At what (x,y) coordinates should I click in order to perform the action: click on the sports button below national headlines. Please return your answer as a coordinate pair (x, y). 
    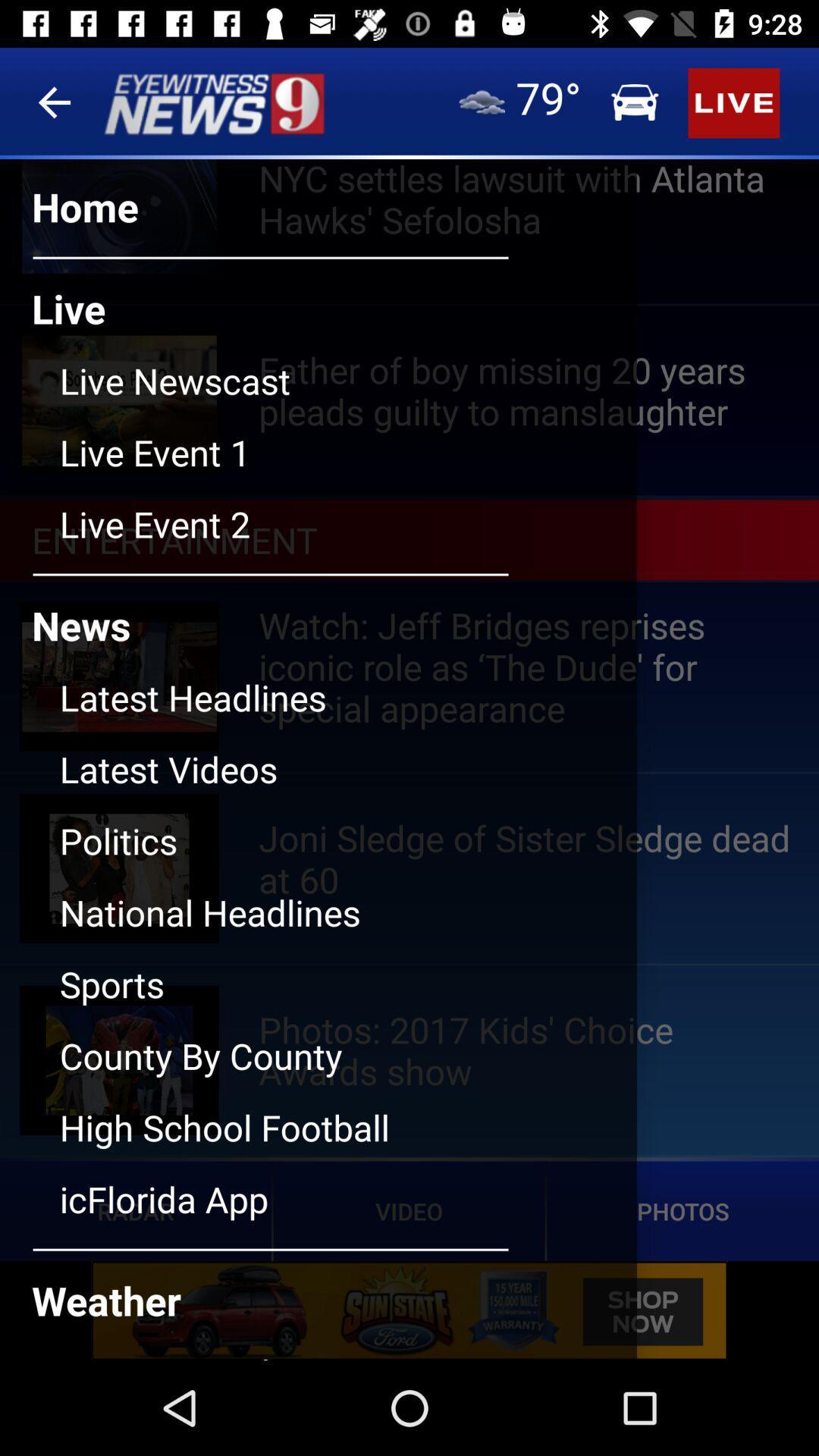
    Looking at the image, I should click on (348, 996).